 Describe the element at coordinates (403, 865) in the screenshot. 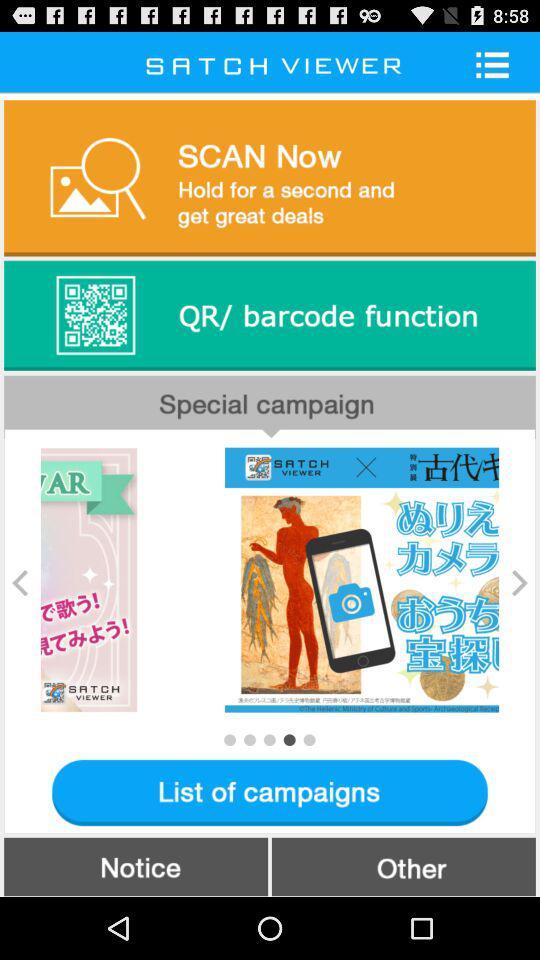

I see `other` at that location.